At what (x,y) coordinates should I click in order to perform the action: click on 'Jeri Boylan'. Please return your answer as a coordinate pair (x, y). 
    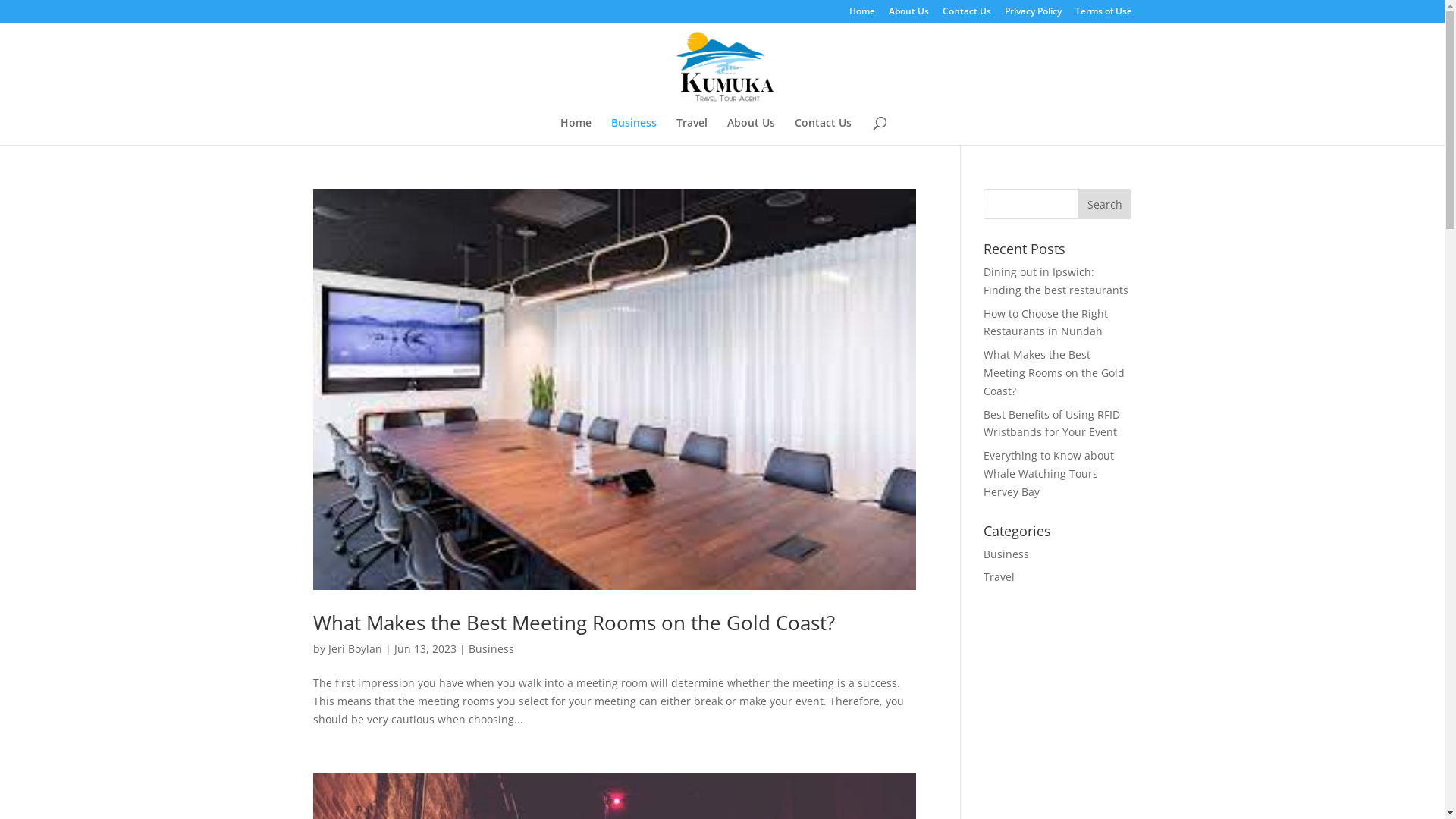
    Looking at the image, I should click on (327, 648).